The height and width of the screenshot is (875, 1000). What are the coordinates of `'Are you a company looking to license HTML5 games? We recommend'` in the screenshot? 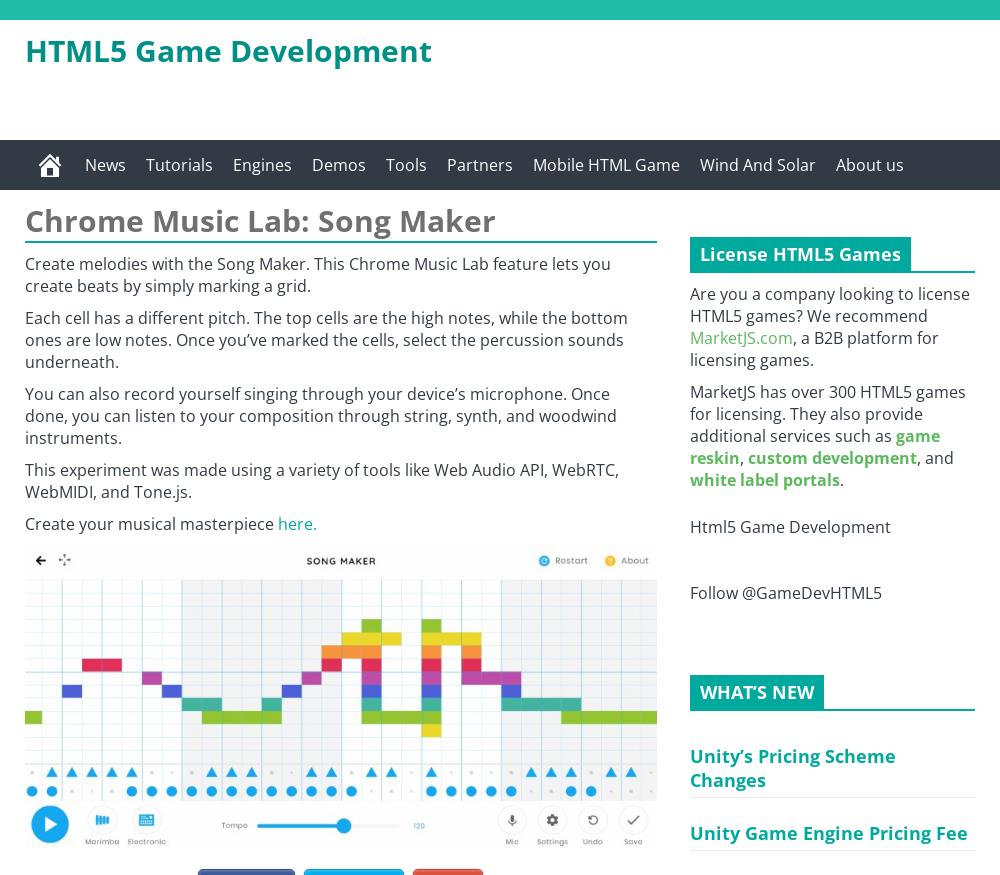 It's located at (829, 304).